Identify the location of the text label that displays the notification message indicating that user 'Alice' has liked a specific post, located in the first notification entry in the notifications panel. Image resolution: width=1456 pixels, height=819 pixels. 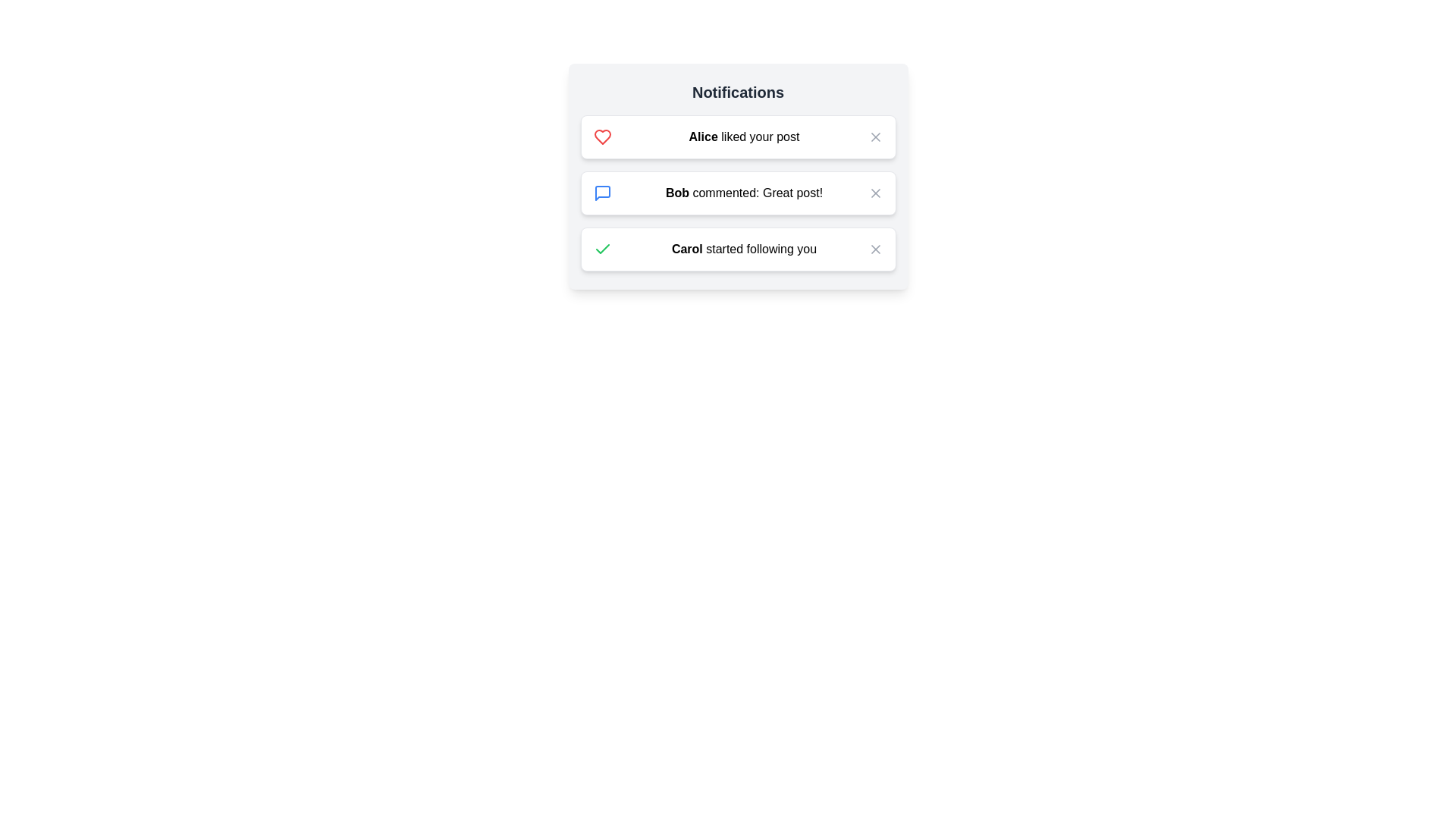
(744, 137).